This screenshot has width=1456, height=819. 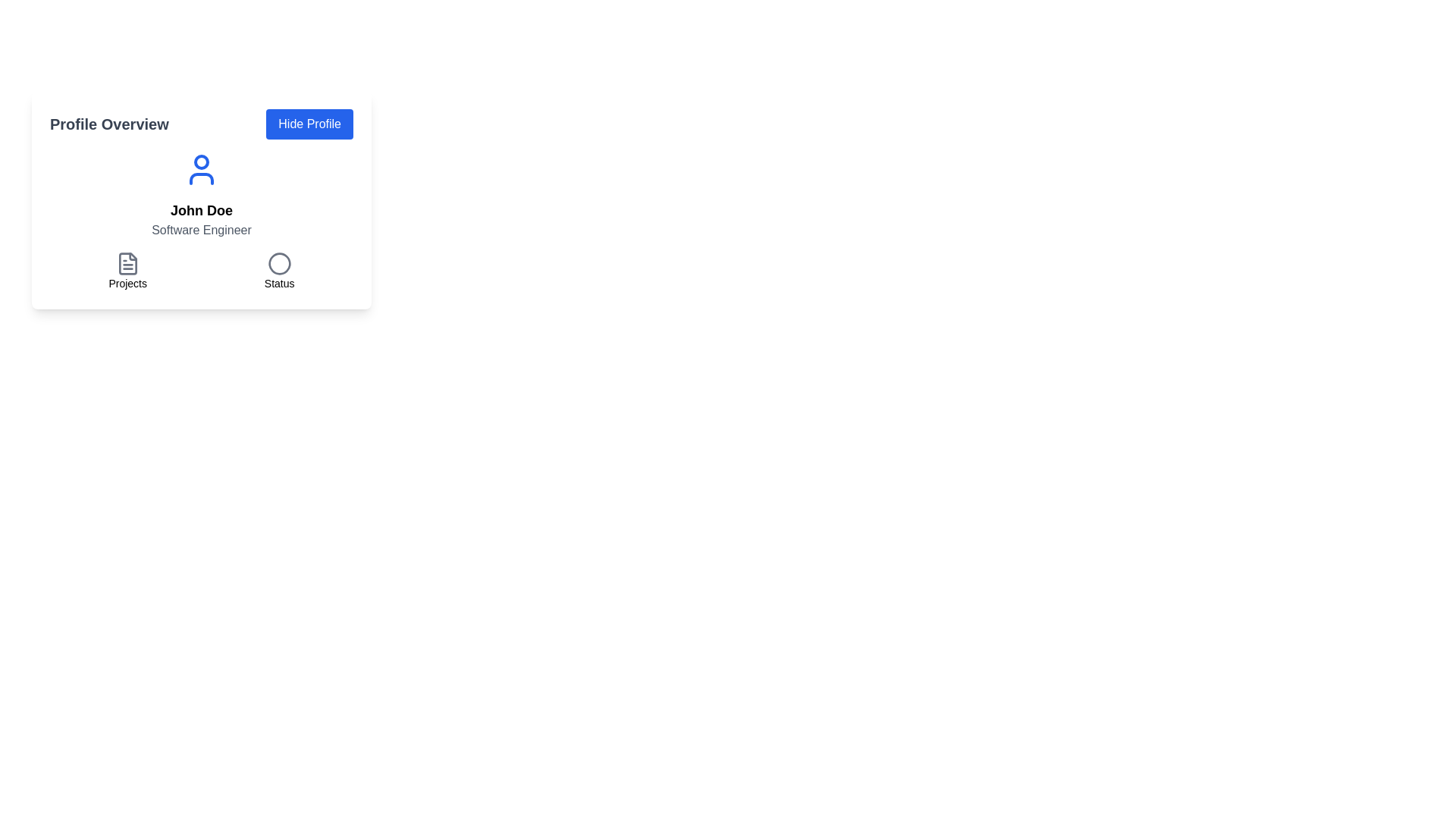 I want to click on the User Profile Icon located at the top section of the card, above the text 'John Doe' and 'Software Engineer', so click(x=200, y=169).